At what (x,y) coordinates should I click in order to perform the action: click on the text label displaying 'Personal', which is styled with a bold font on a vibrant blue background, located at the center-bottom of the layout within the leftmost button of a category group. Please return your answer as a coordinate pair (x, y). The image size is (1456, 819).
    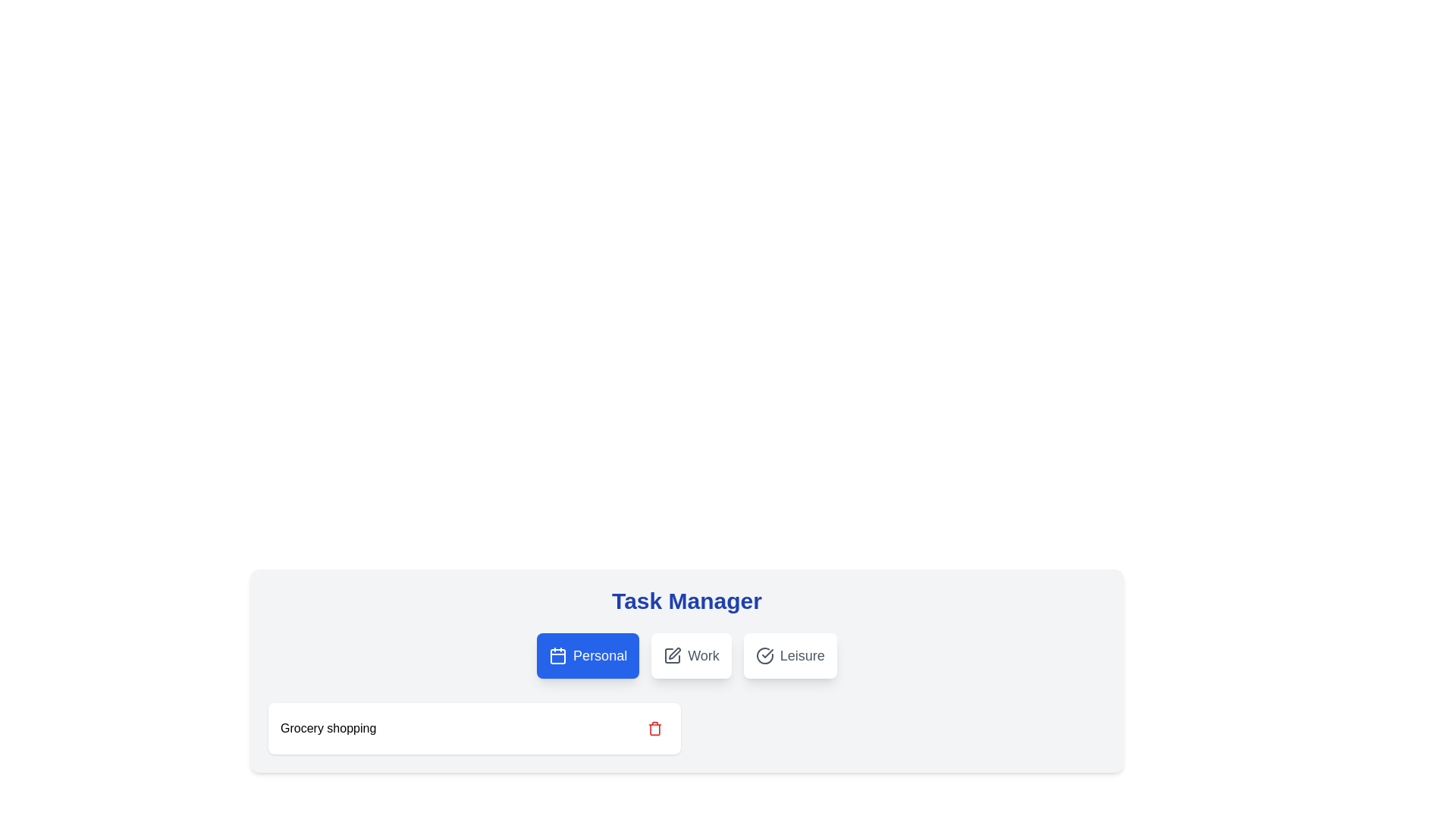
    Looking at the image, I should click on (599, 654).